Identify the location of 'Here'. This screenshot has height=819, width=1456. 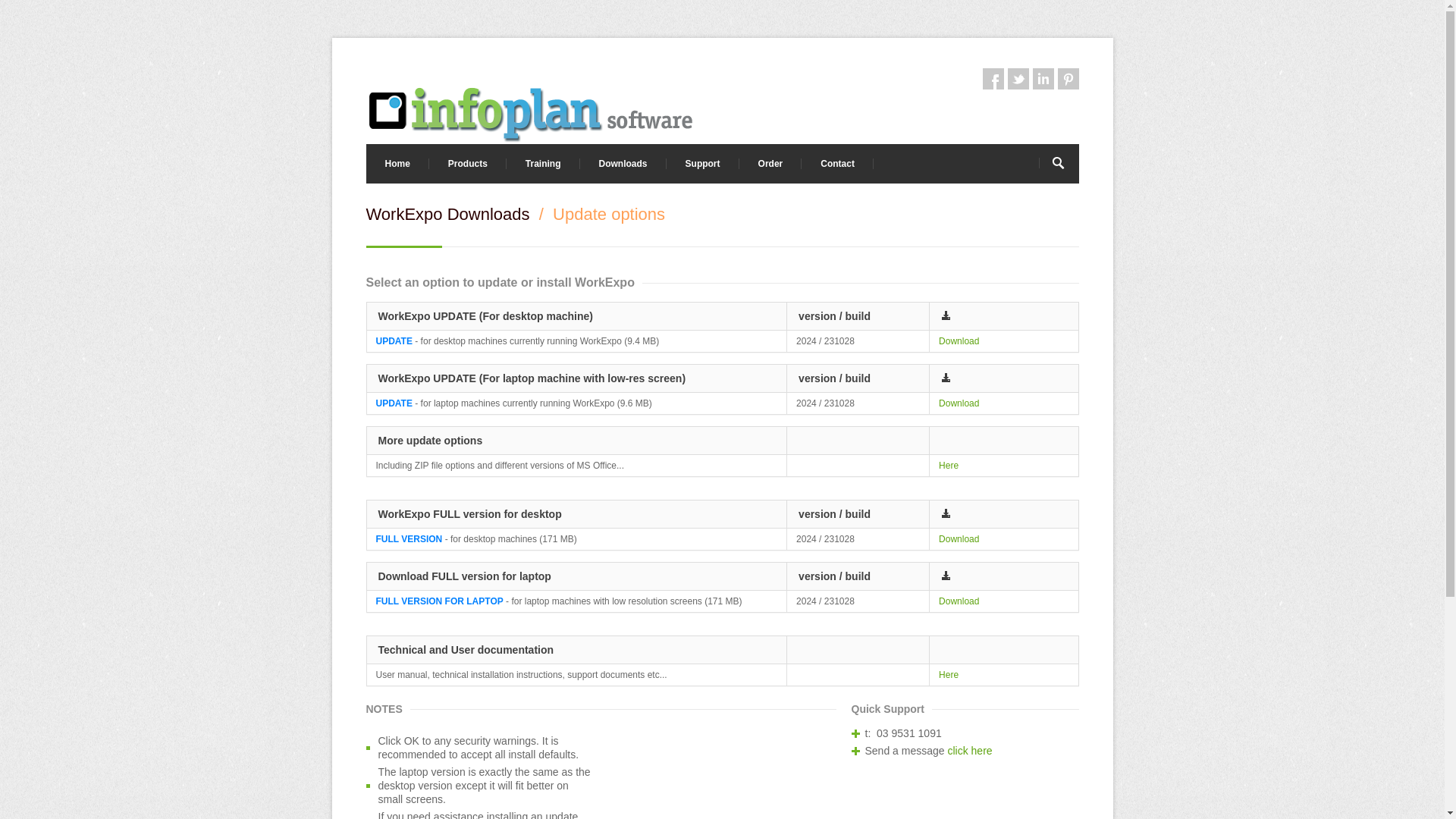
(938, 674).